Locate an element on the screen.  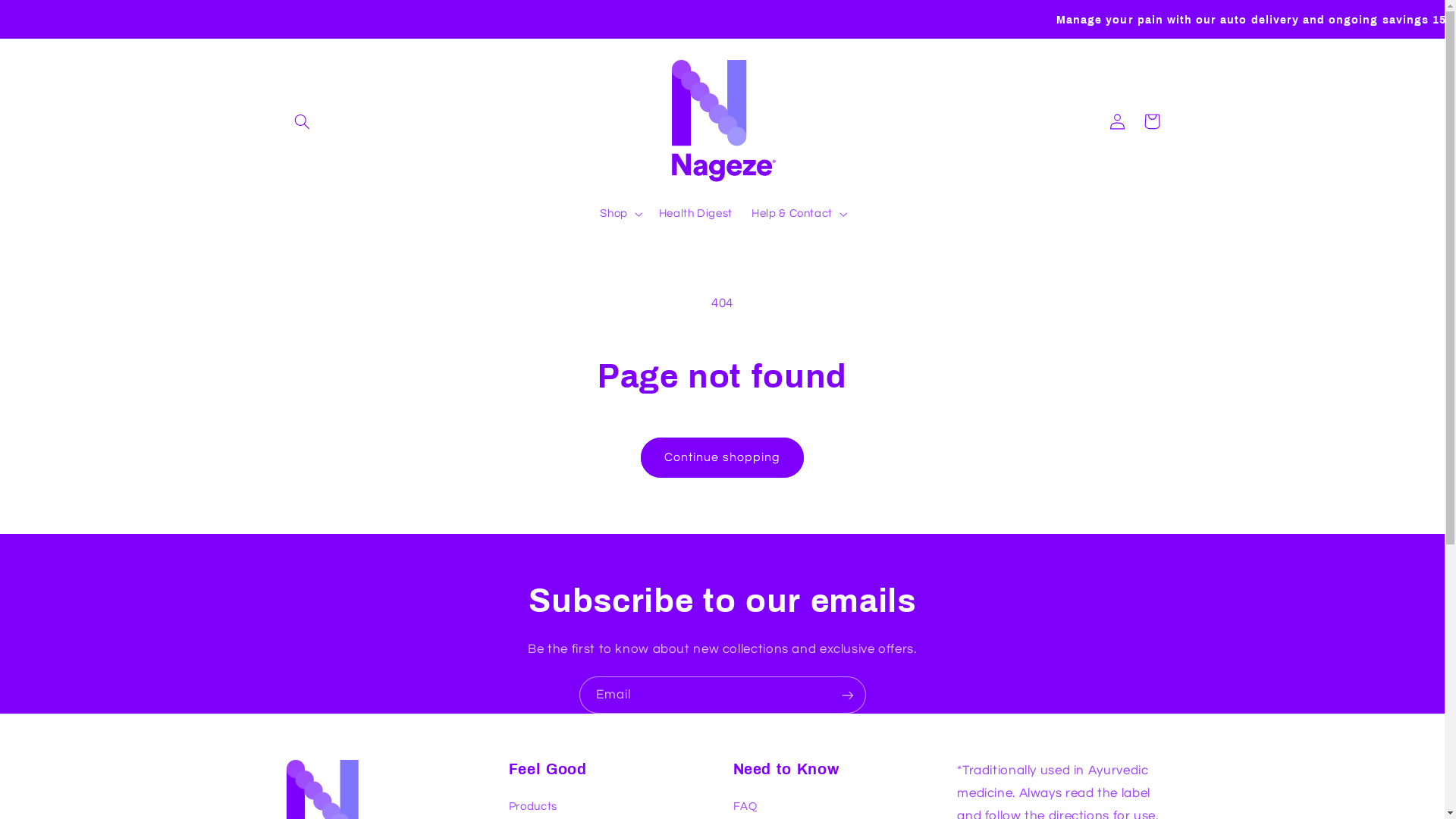
'Continue shopping' is located at coordinates (722, 457).